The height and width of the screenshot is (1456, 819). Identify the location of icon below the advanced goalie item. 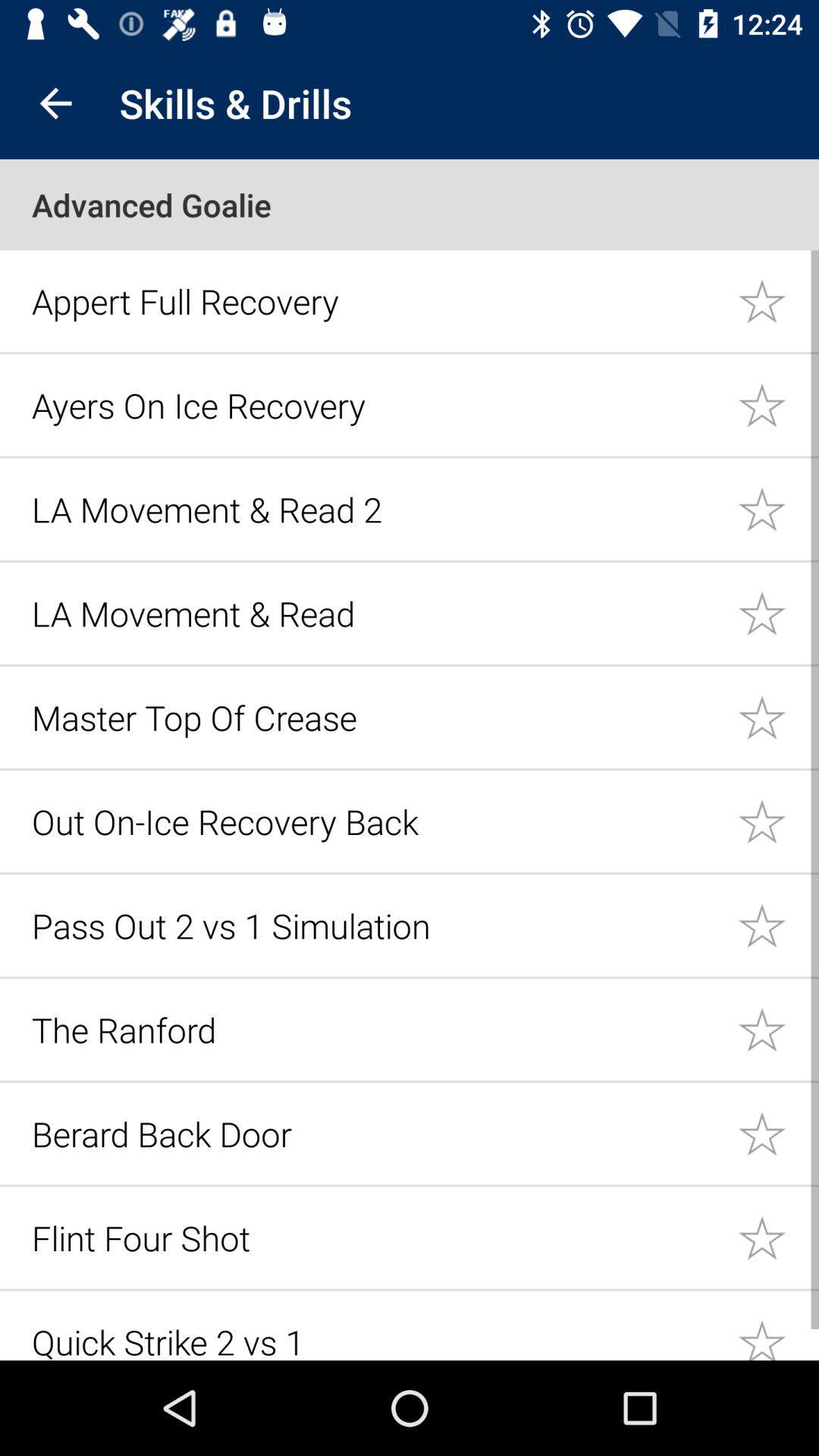
(375, 301).